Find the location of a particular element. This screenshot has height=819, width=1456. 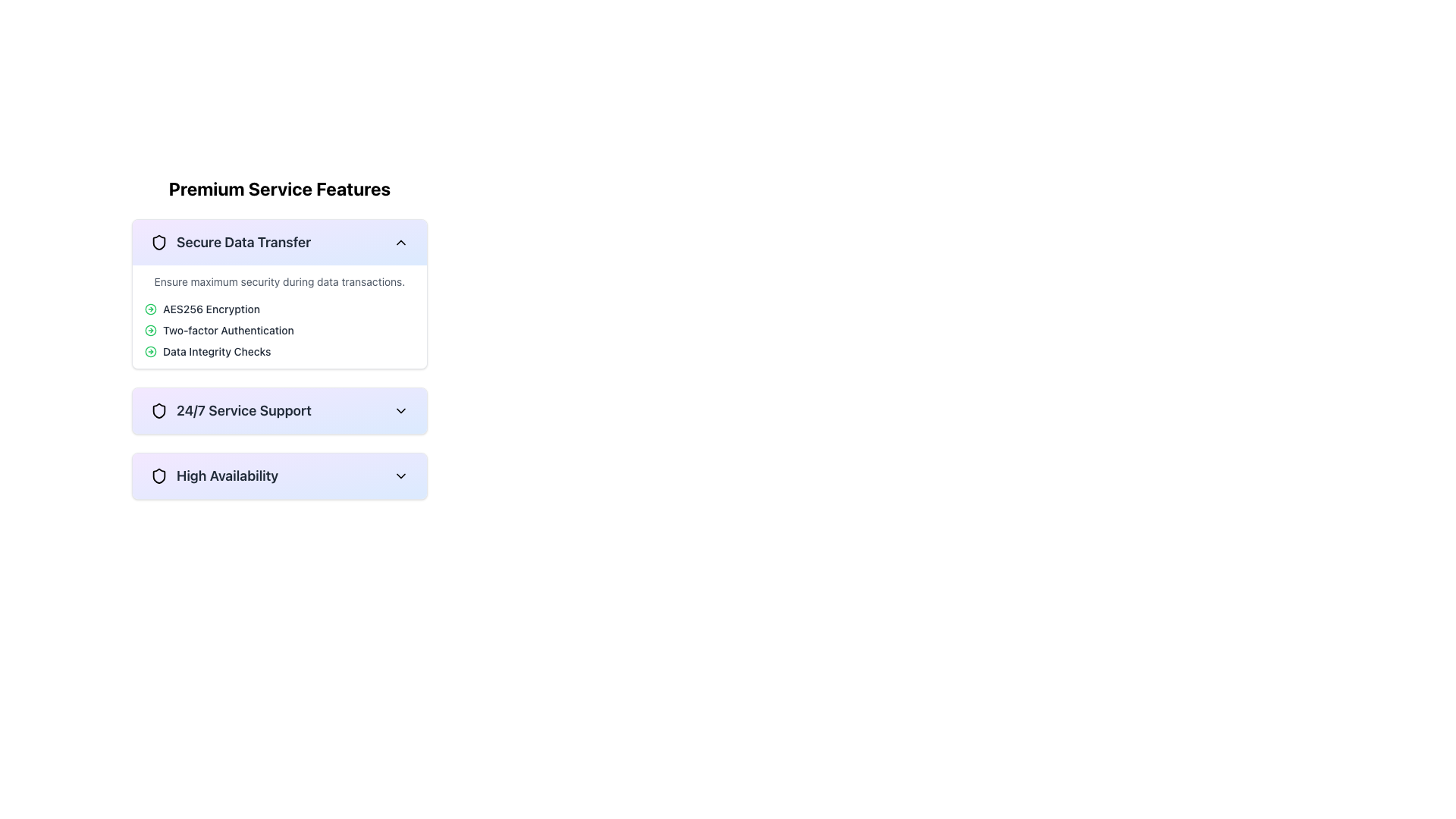

the Text Label that serves as an informational label related to data integrity security features, located as the third item in the list under the 'Secure Data Transfer' category, directly below the 'Two-factor Authentication' entry is located at coordinates (216, 351).